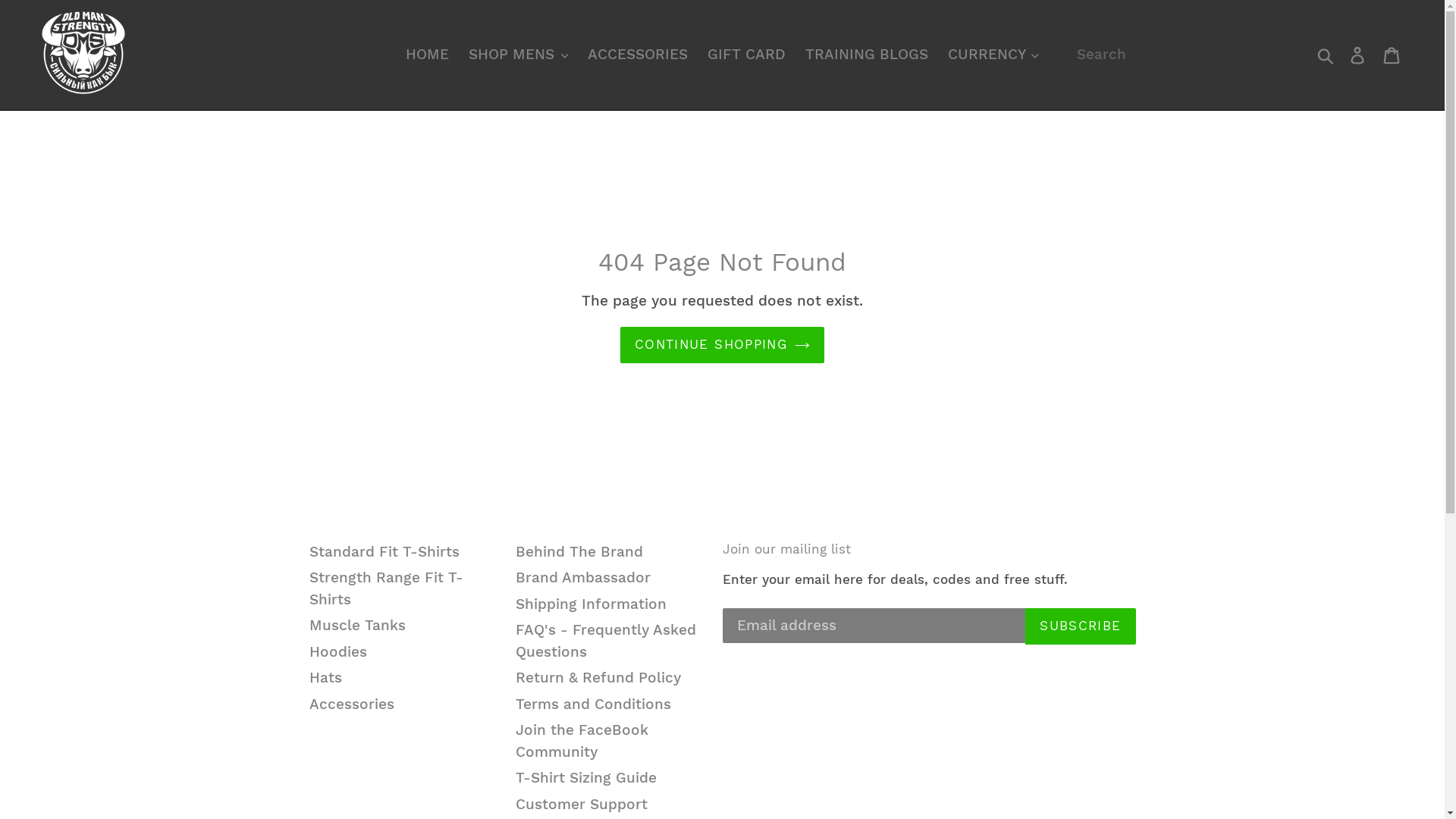  What do you see at coordinates (1025, 626) in the screenshot?
I see `'SUBSCRIBE'` at bounding box center [1025, 626].